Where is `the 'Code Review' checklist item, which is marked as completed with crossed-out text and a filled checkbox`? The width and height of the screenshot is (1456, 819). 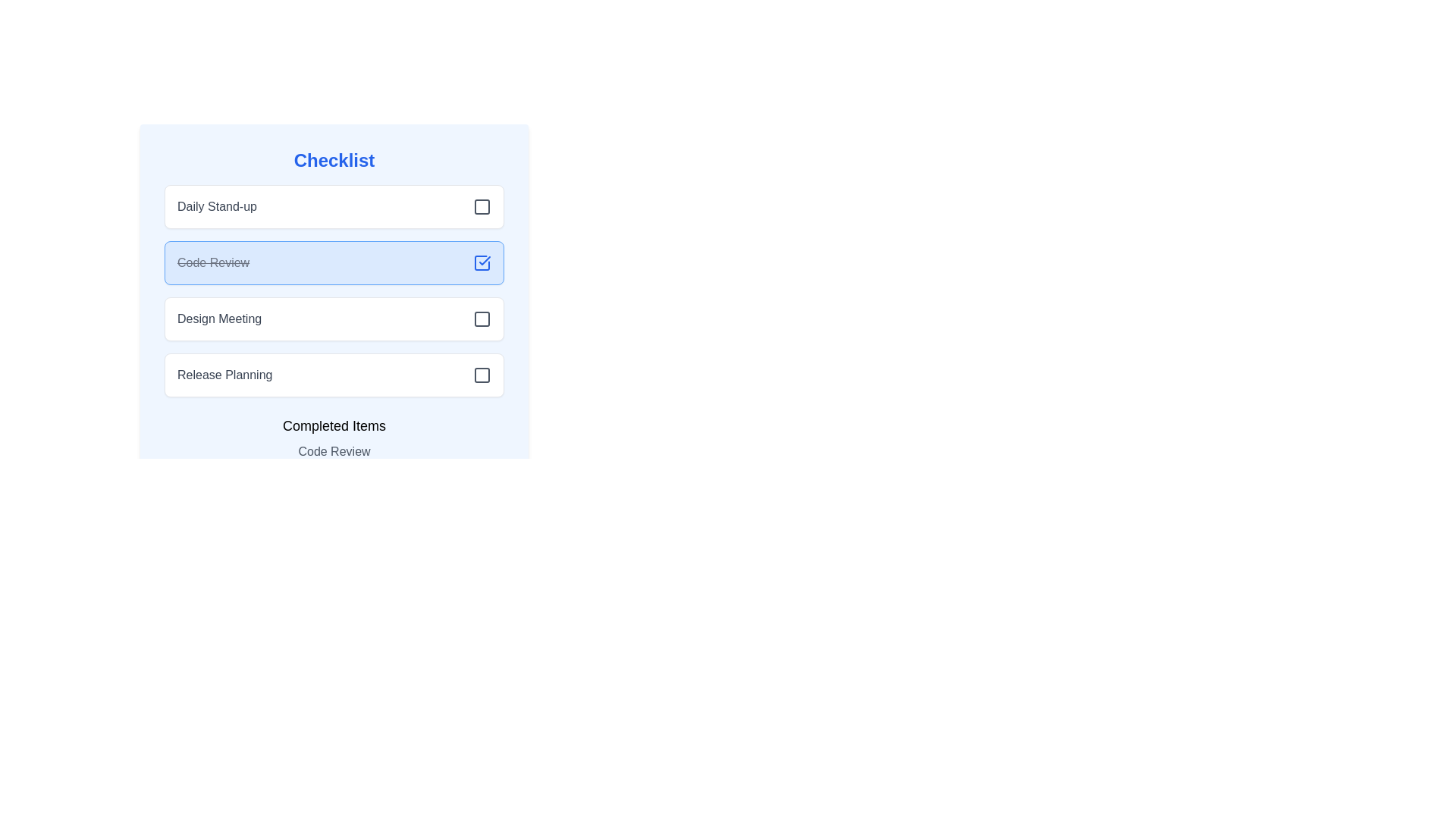
the 'Code Review' checklist item, which is marked as completed with crossed-out text and a filled checkbox is located at coordinates (334, 282).